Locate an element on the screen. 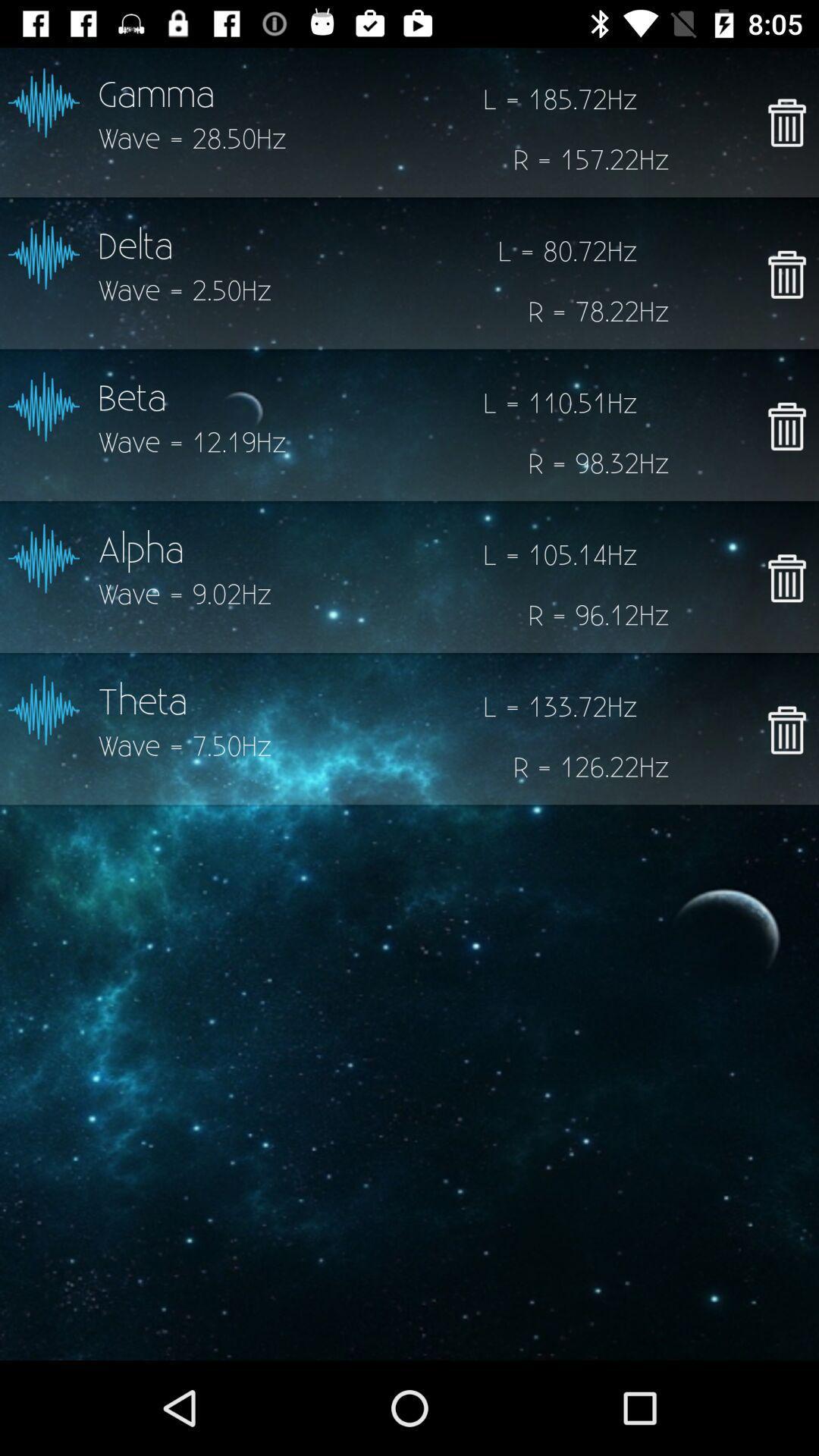 The height and width of the screenshot is (1456, 819). delete this item is located at coordinates (786, 577).